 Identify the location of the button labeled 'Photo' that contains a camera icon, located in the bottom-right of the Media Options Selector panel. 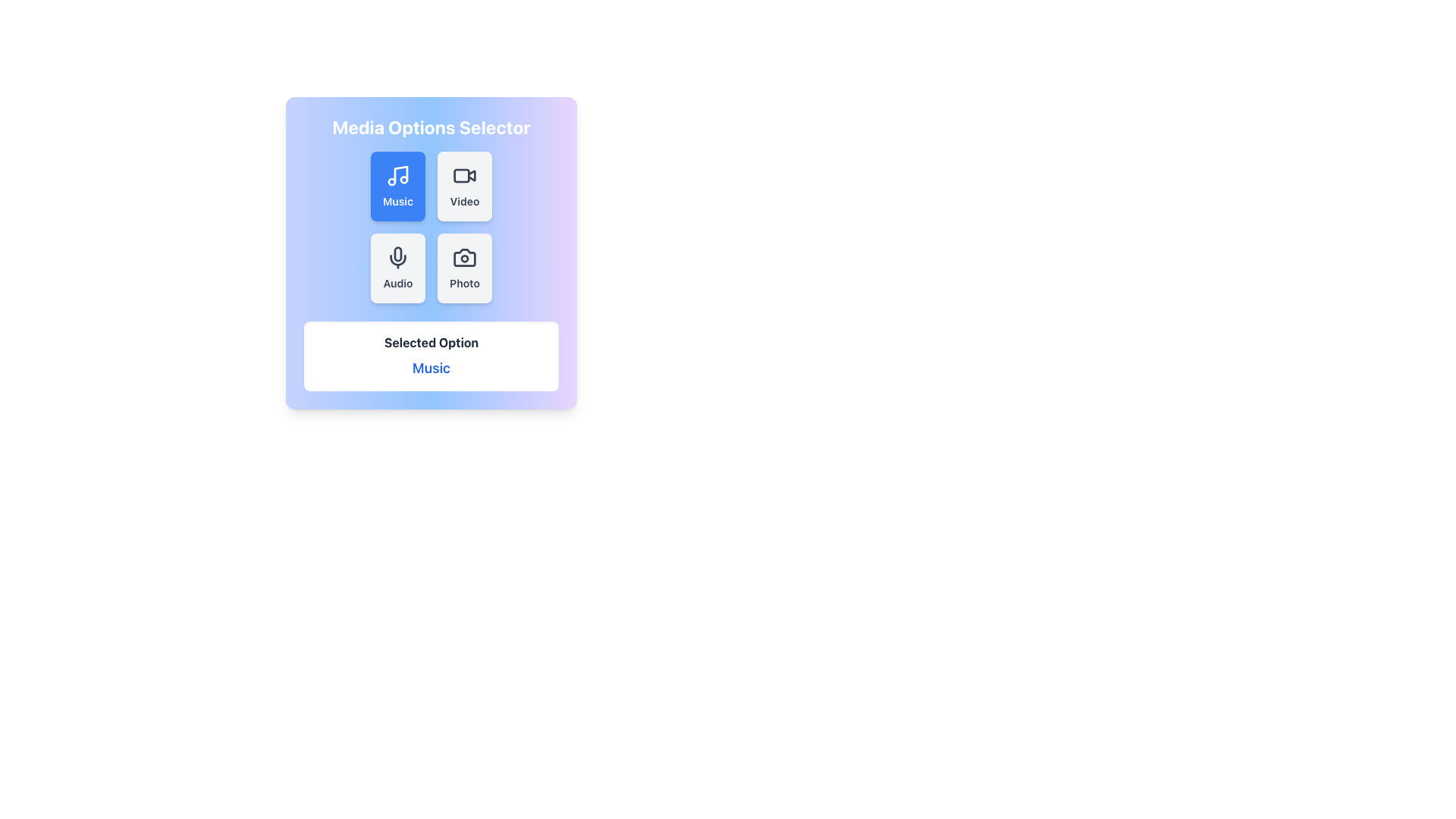
(464, 256).